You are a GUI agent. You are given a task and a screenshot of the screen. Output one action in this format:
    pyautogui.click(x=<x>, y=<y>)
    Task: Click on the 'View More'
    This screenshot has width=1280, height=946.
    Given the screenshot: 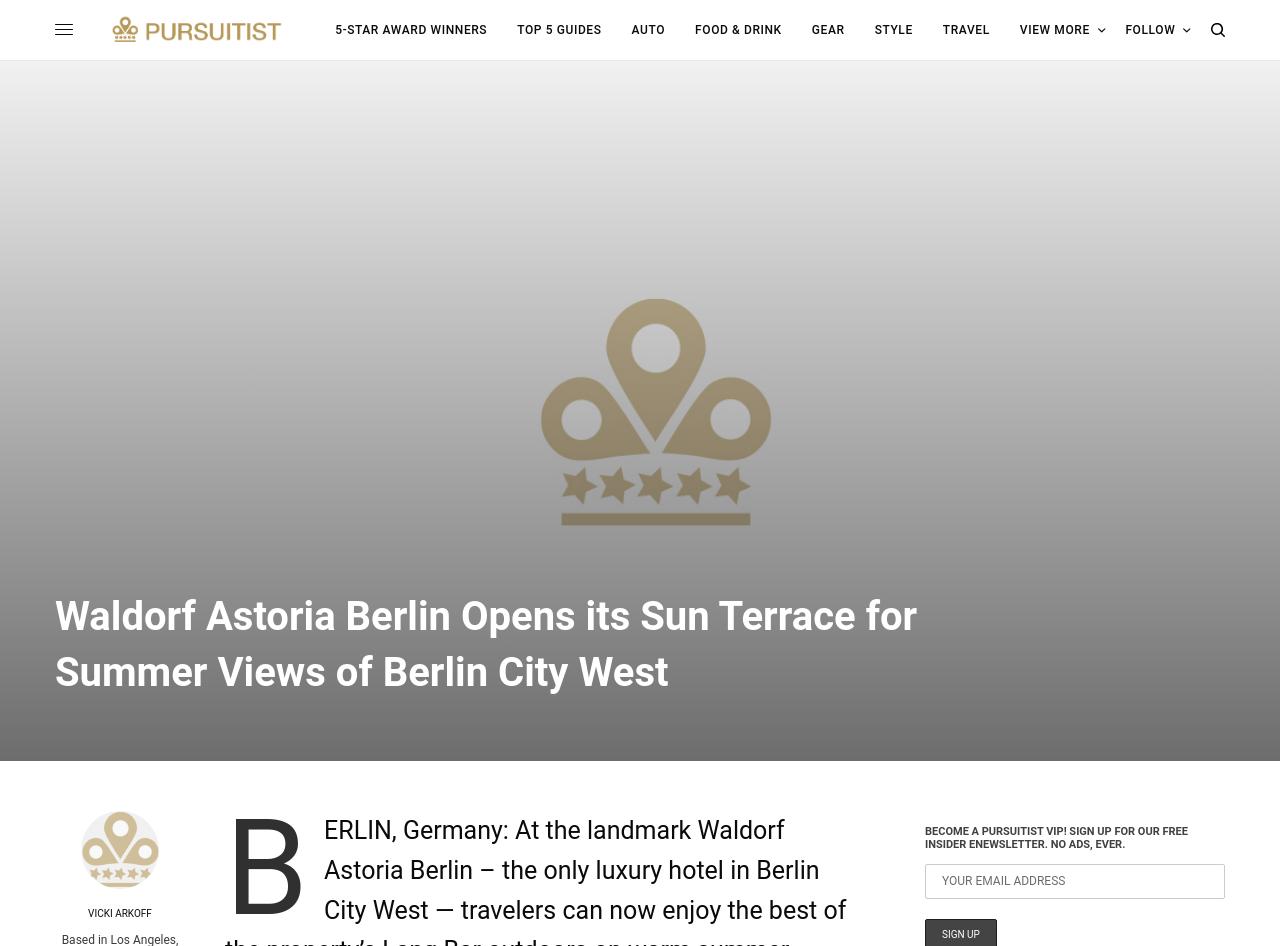 What is the action you would take?
    pyautogui.click(x=1052, y=29)
    